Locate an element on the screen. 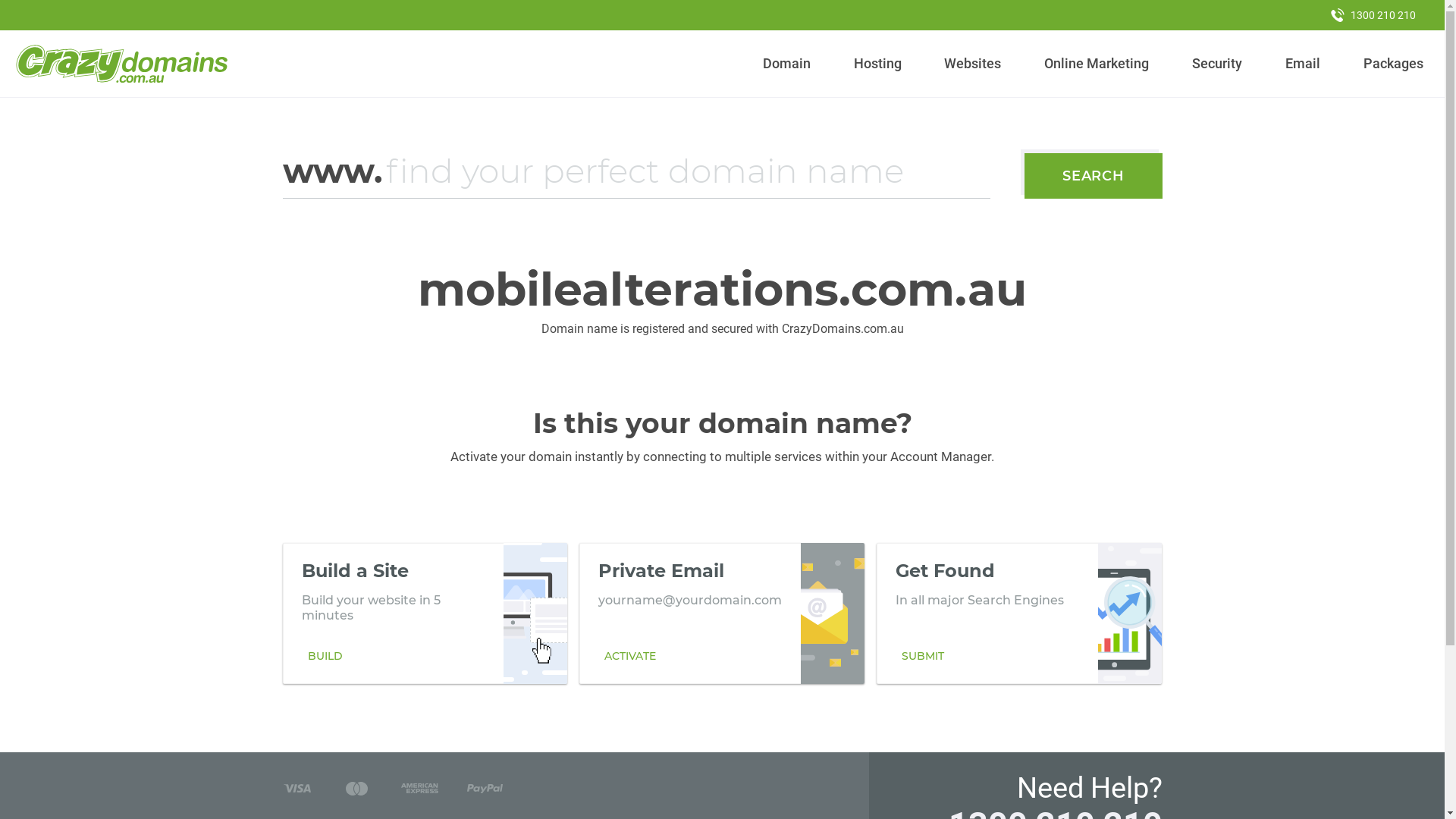 This screenshot has height=819, width=1456. 'Packages' is located at coordinates (1393, 63).